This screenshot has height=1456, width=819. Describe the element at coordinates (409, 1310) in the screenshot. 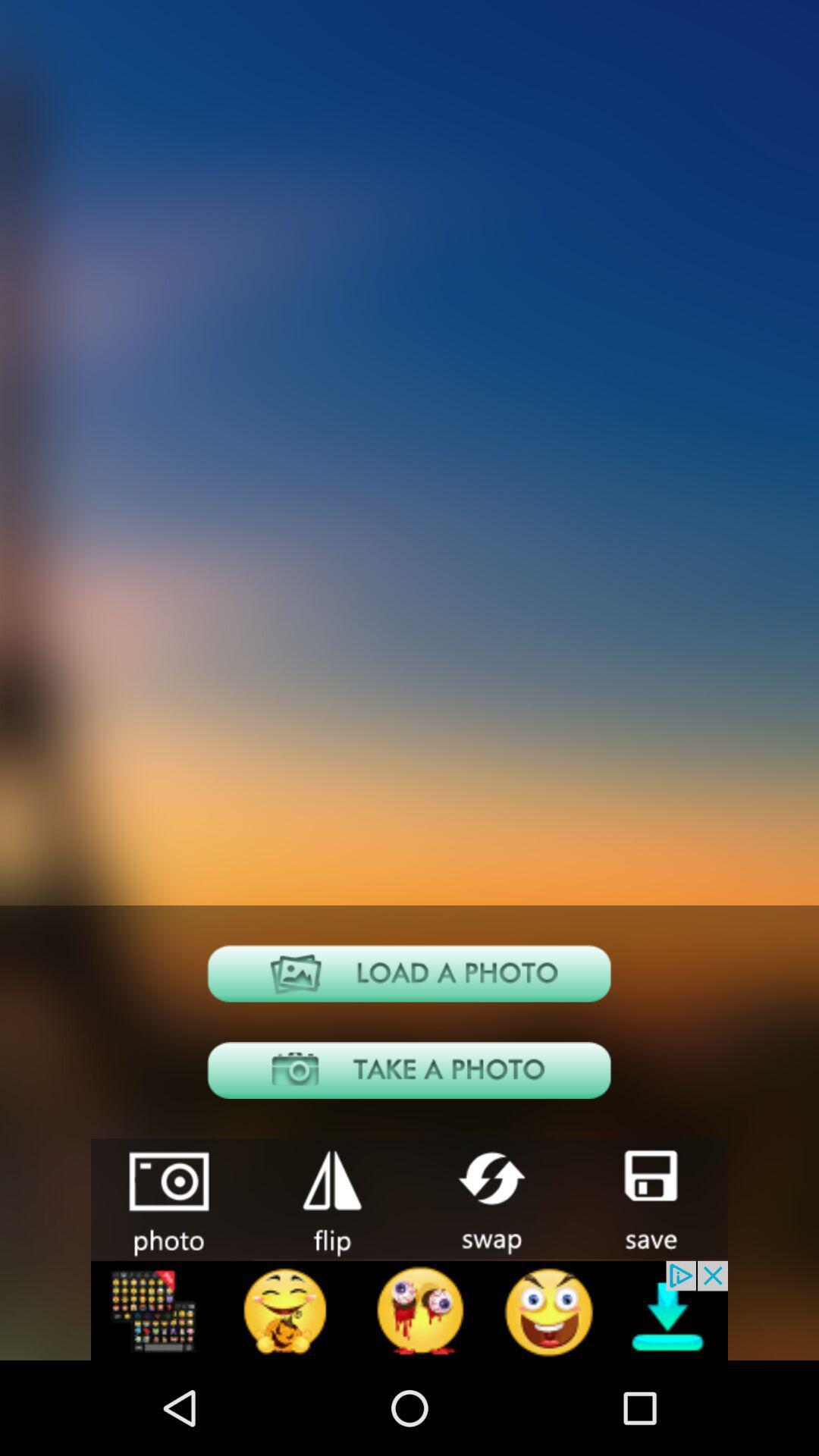

I see `advertisement banner would take off site` at that location.